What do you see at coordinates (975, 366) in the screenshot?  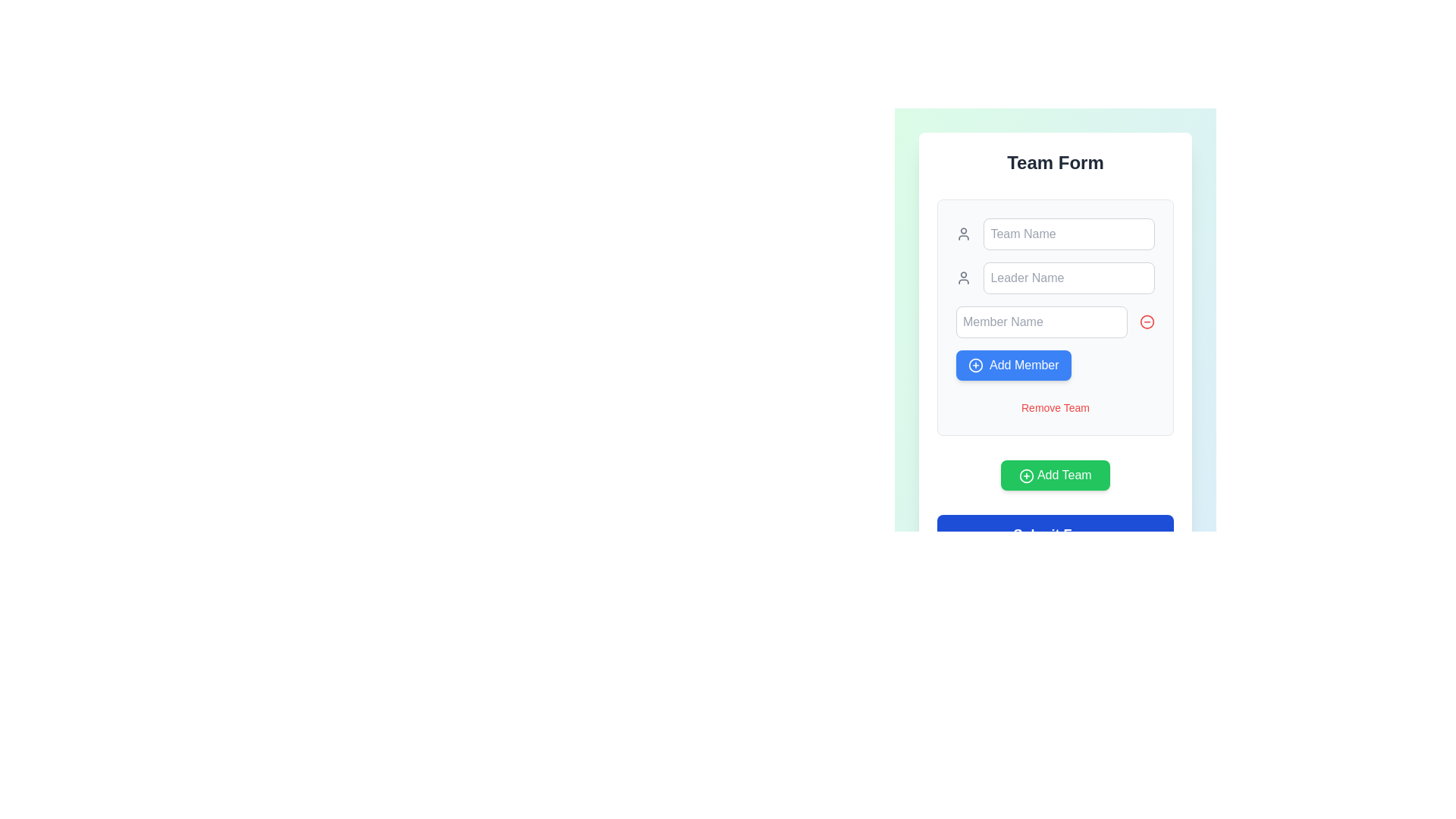 I see `the SVG icon with a circular outline and a '+' symbol, located towards the left within the 'Add Member' button` at bounding box center [975, 366].